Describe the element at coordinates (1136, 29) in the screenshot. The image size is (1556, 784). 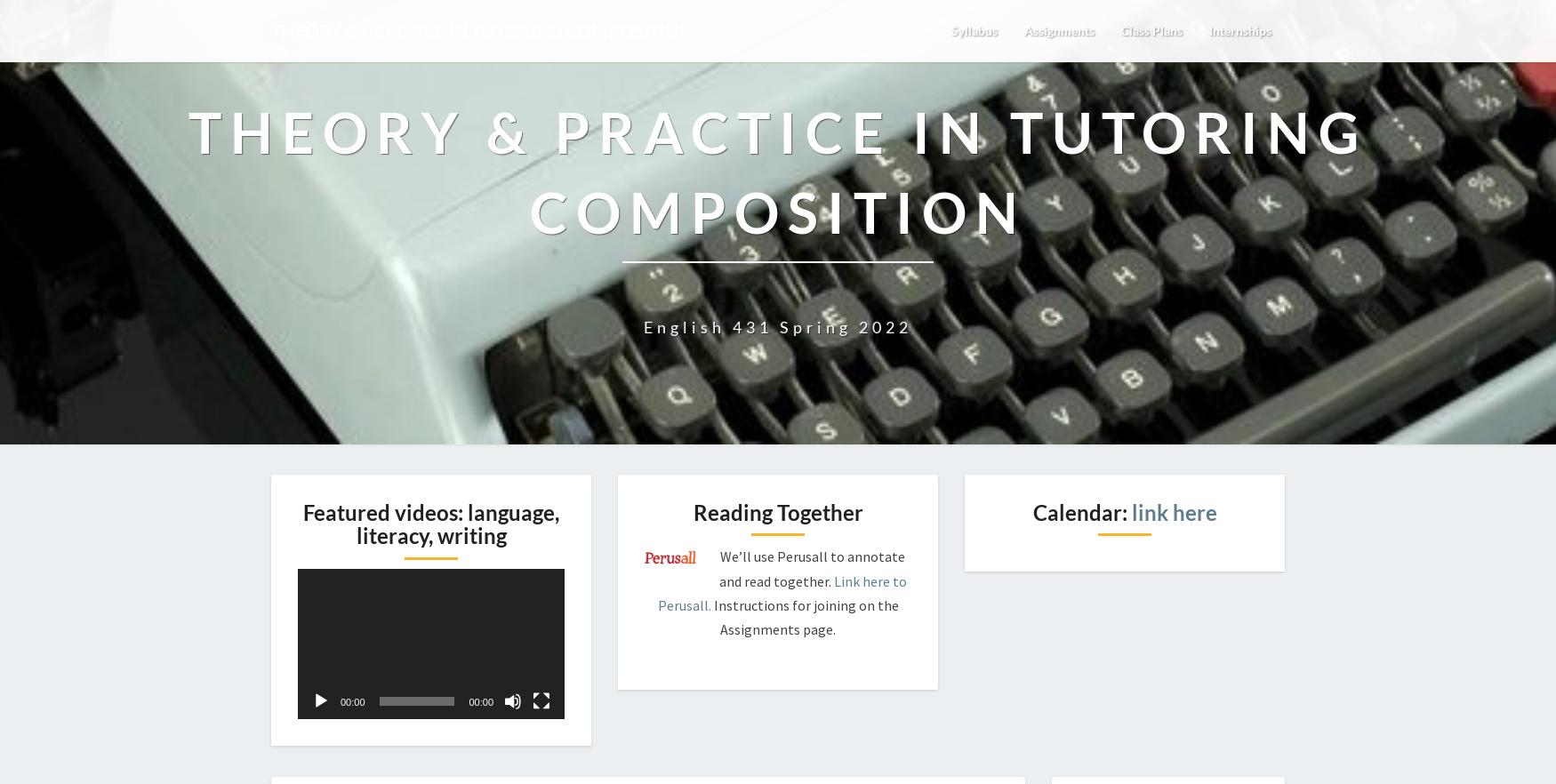
I see `'Class Plans'` at that location.